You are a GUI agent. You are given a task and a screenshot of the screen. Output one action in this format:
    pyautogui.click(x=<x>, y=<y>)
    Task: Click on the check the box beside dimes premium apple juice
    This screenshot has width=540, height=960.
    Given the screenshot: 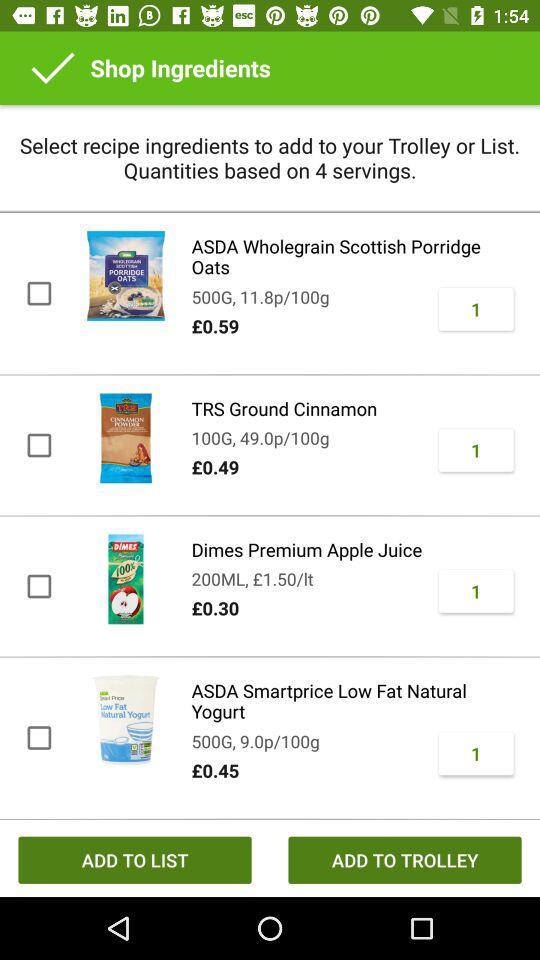 What is the action you would take?
    pyautogui.click(x=38, y=587)
    